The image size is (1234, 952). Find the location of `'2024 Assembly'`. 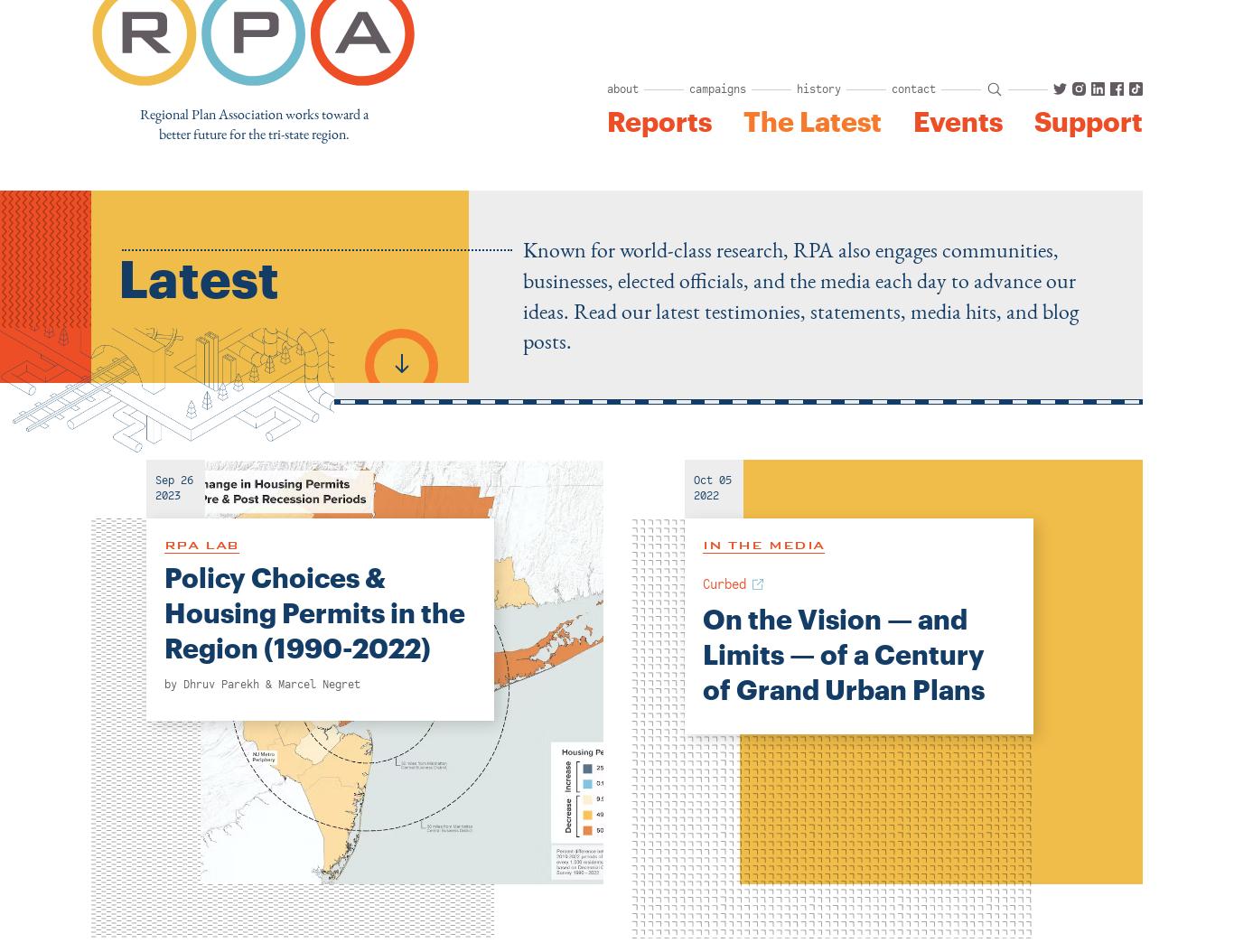

'2024 Assembly' is located at coordinates (515, 333).